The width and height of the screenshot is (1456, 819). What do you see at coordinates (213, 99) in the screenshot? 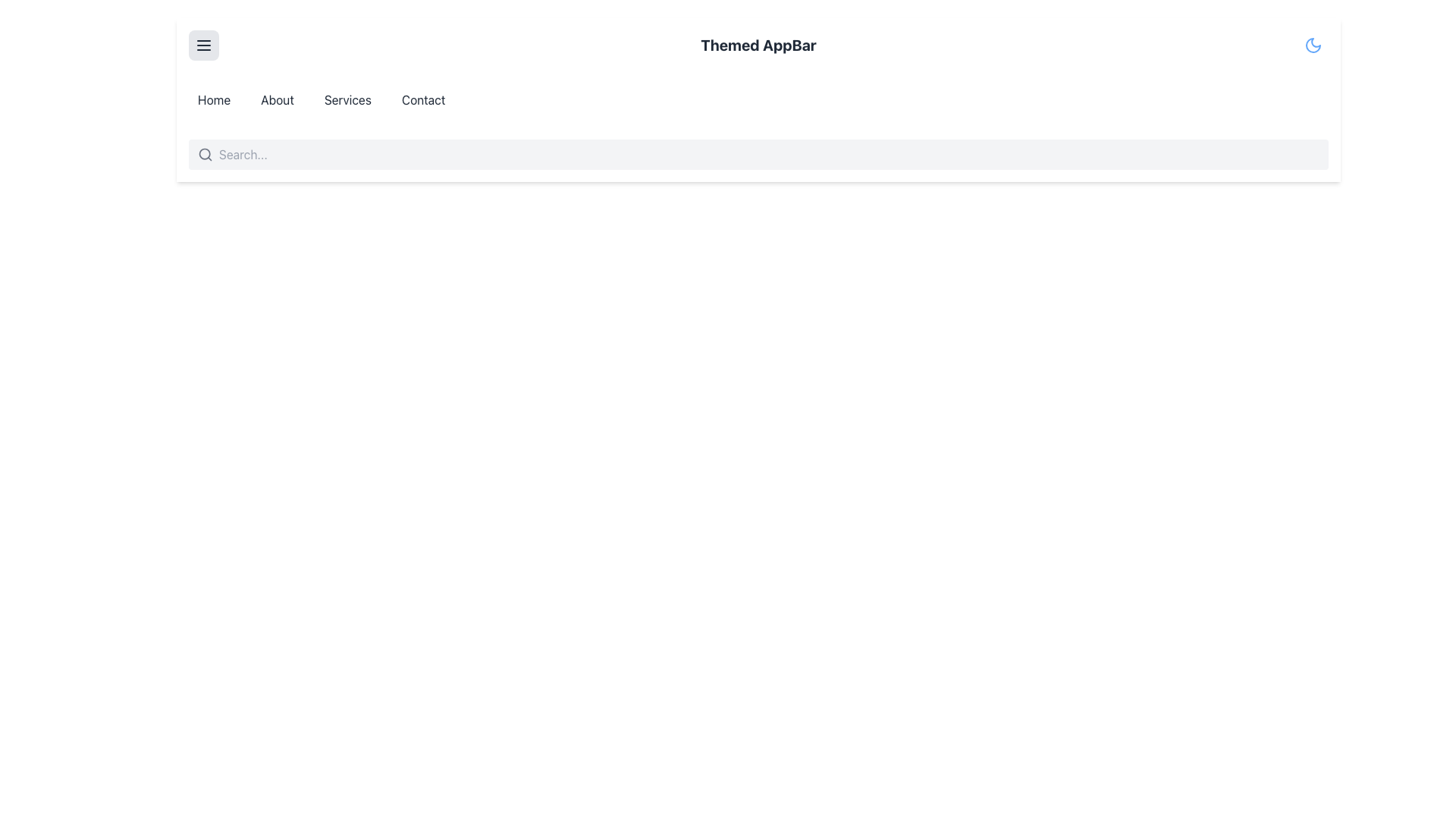
I see `the 'Home' text label located in the top-left corner of the navigation bar` at bounding box center [213, 99].